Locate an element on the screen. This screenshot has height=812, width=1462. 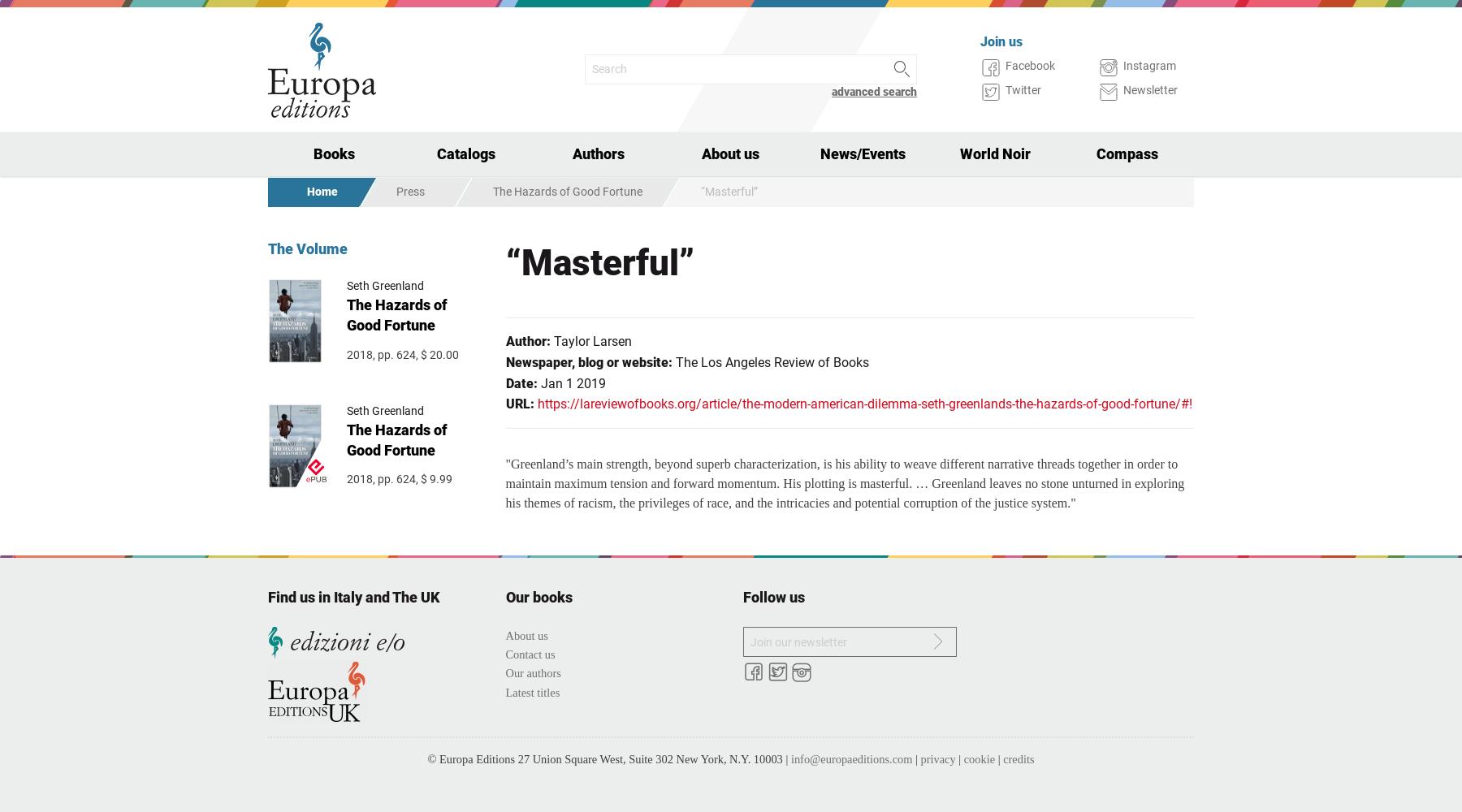
'Home' is located at coordinates (322, 190).